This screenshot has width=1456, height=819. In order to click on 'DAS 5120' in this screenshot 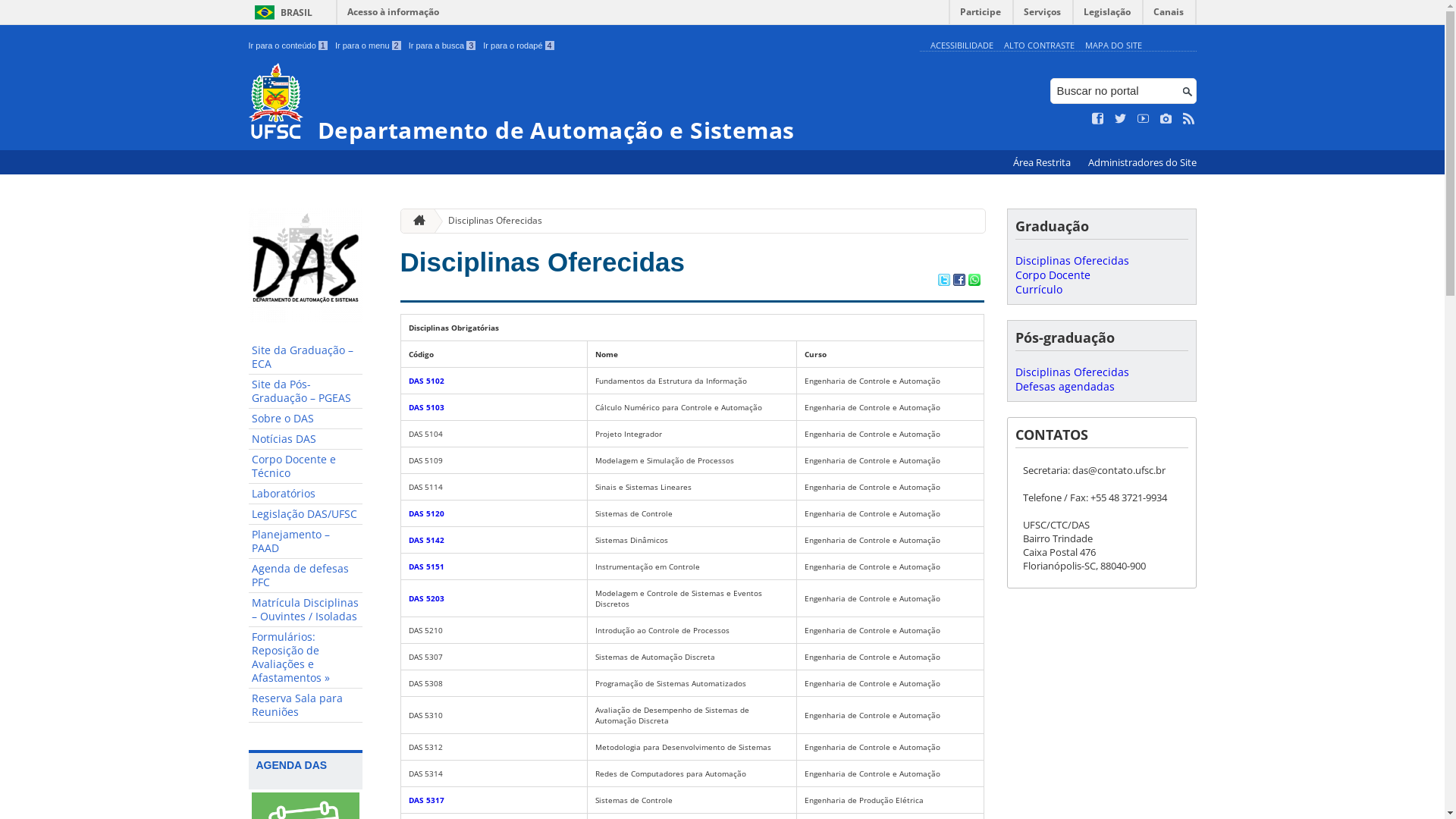, I will do `click(425, 513)`.